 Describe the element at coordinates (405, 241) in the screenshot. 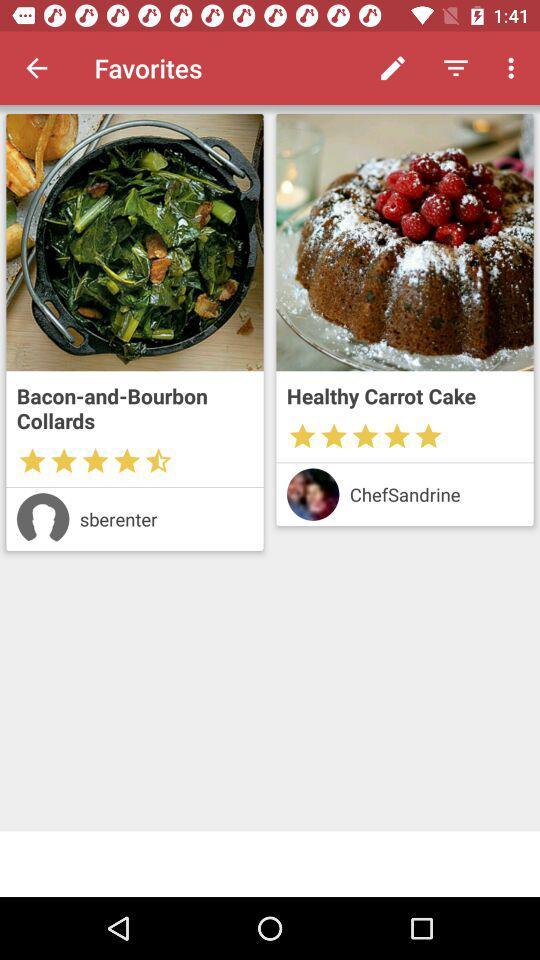

I see `open this recipe` at that location.